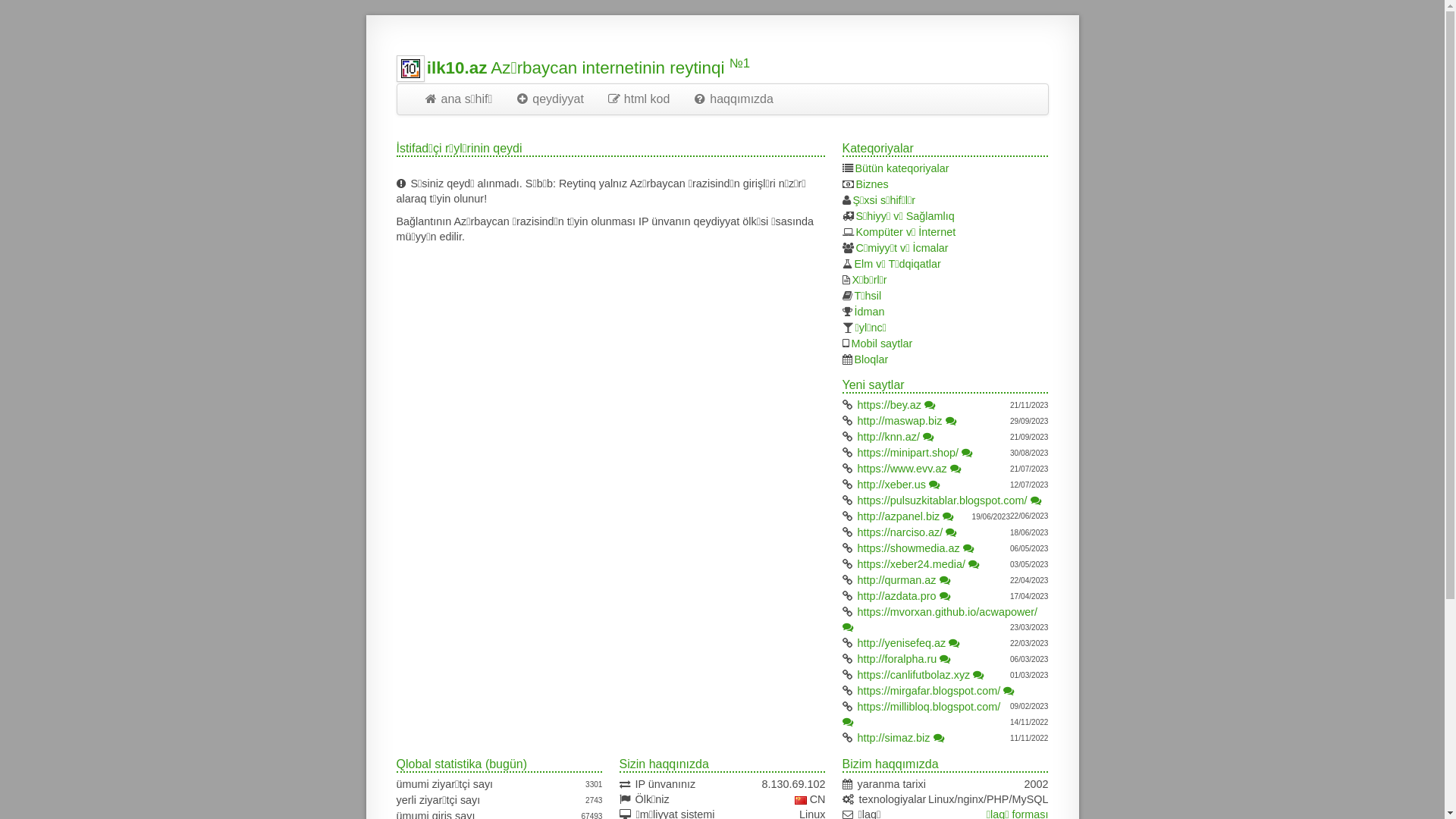  What do you see at coordinates (888, 436) in the screenshot?
I see `'http://knn.az/'` at bounding box center [888, 436].